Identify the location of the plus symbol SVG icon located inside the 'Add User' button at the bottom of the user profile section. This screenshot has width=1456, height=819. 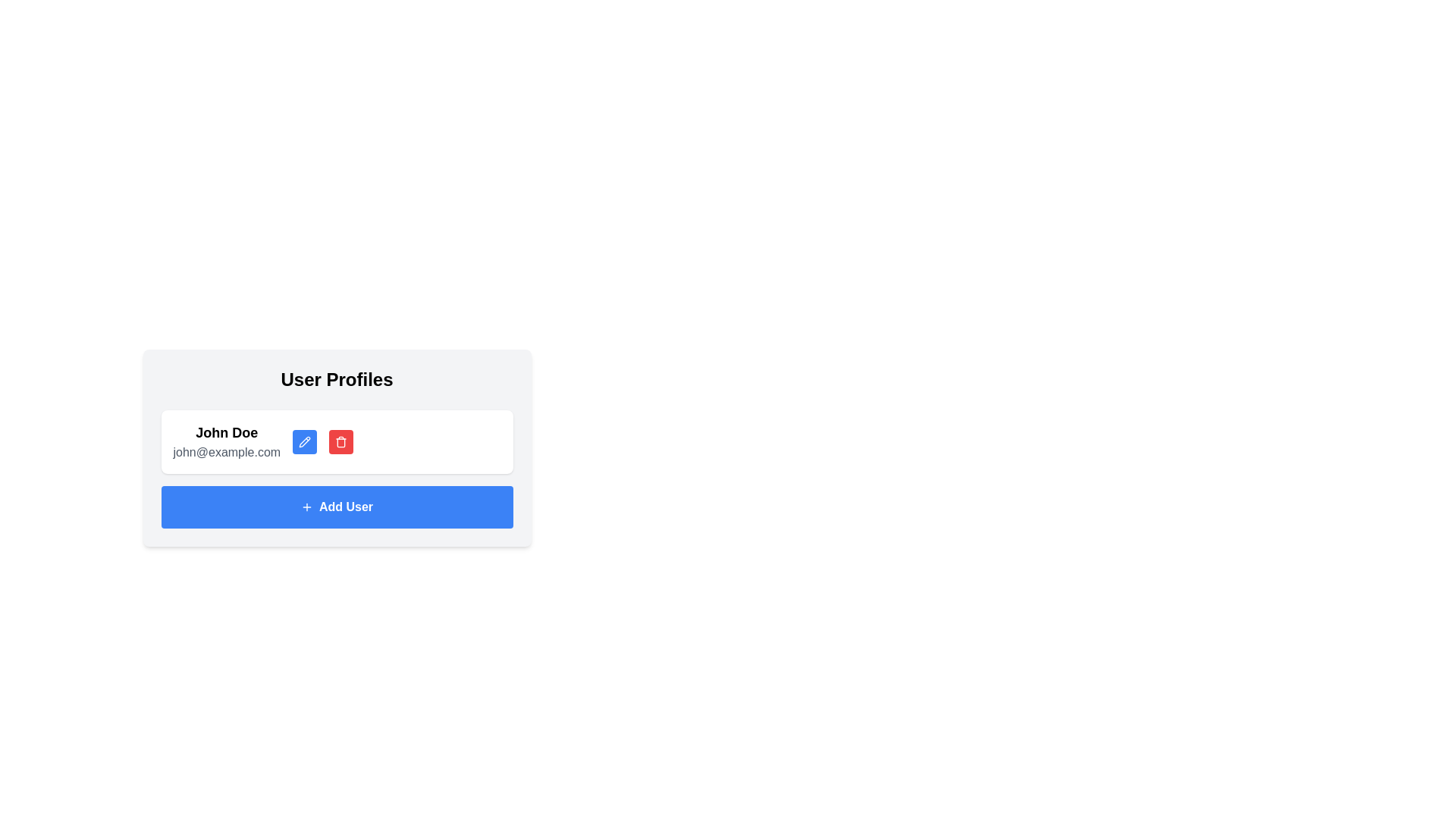
(306, 507).